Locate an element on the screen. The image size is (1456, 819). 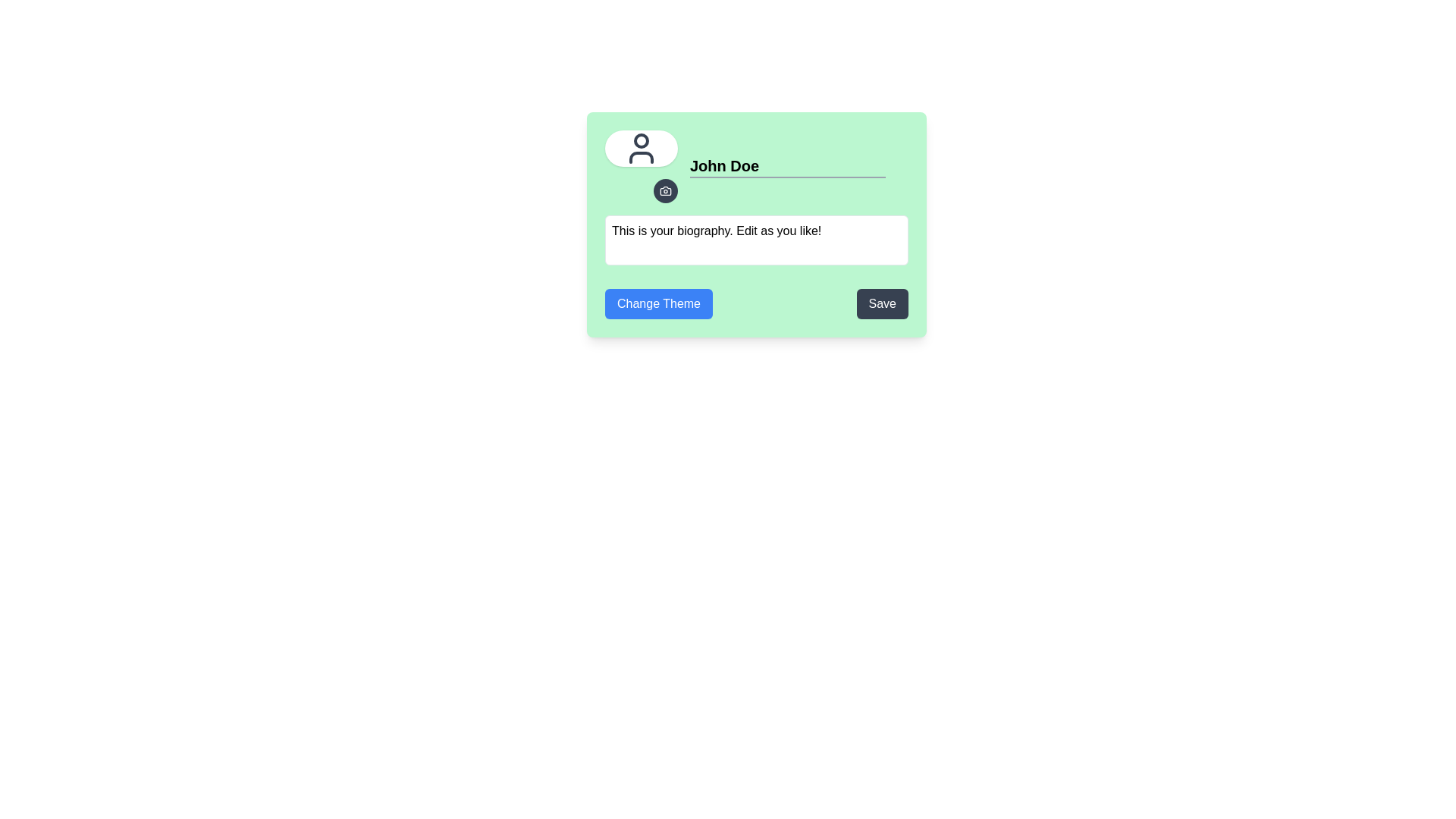
the Profile Header Section containing the user profile icon and the name 'John Doe' is located at coordinates (757, 166).